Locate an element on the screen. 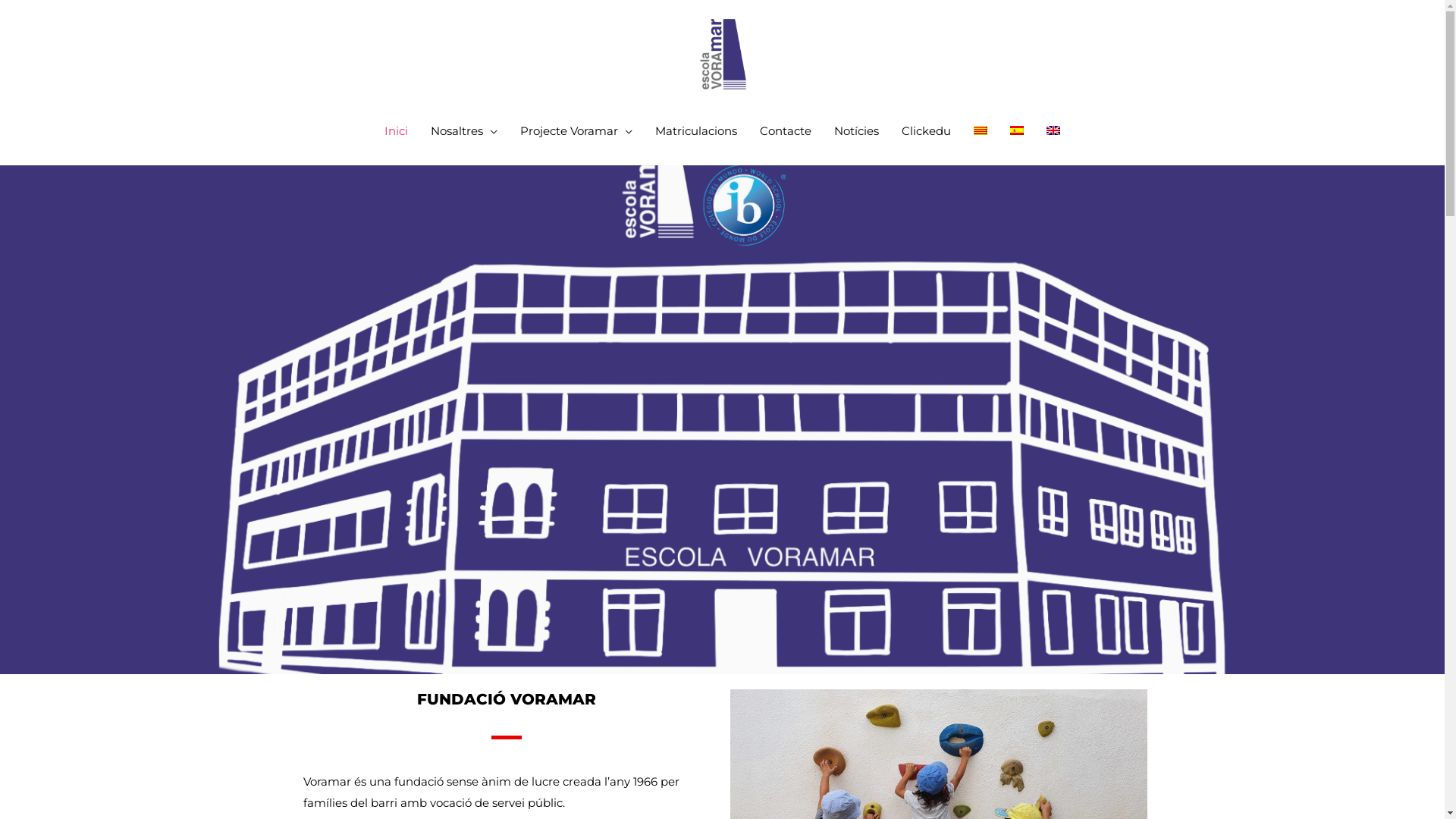  'Clickedu' is located at coordinates (925, 130).